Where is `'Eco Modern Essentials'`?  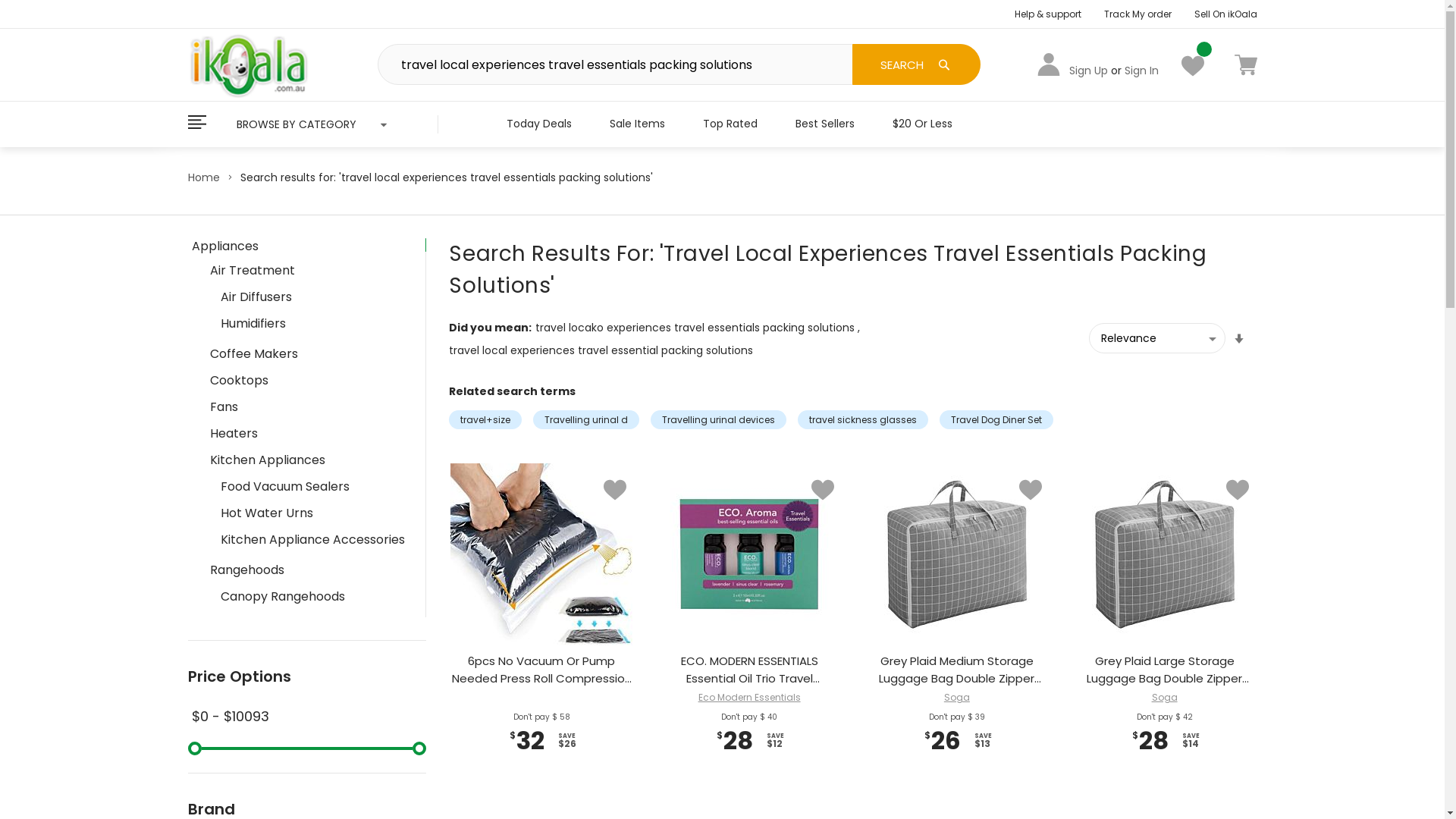 'Eco Modern Essentials' is located at coordinates (698, 697).